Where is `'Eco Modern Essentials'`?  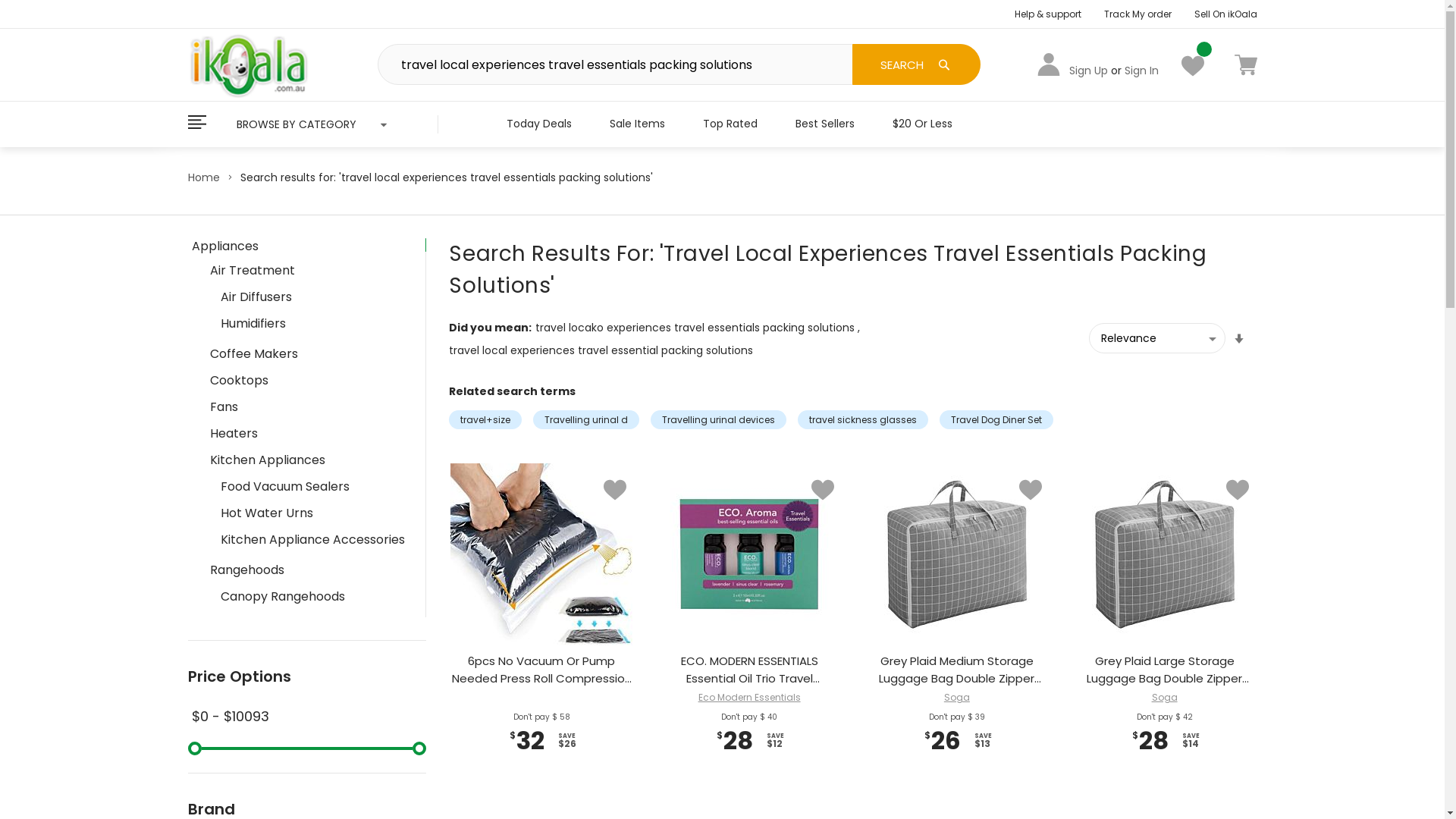 'Eco Modern Essentials' is located at coordinates (698, 697).